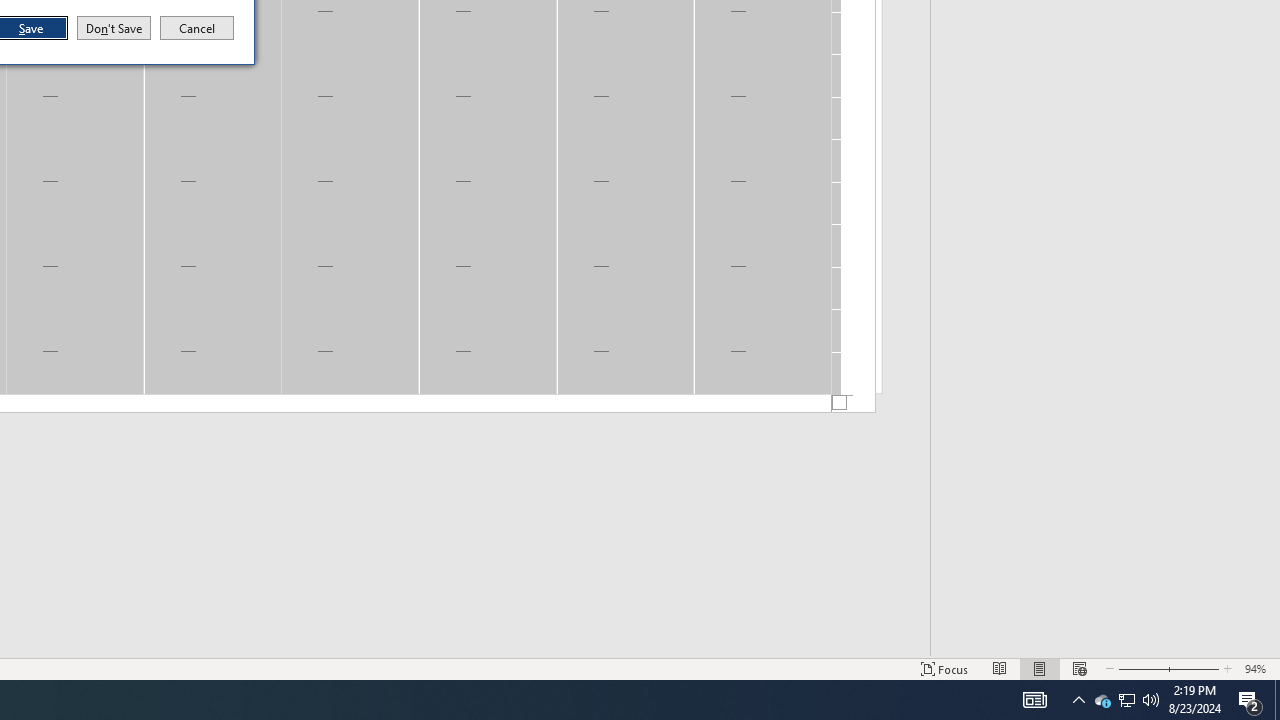 Image resolution: width=1280 pixels, height=720 pixels. What do you see at coordinates (1078, 669) in the screenshot?
I see `'Web Layout'` at bounding box center [1078, 669].